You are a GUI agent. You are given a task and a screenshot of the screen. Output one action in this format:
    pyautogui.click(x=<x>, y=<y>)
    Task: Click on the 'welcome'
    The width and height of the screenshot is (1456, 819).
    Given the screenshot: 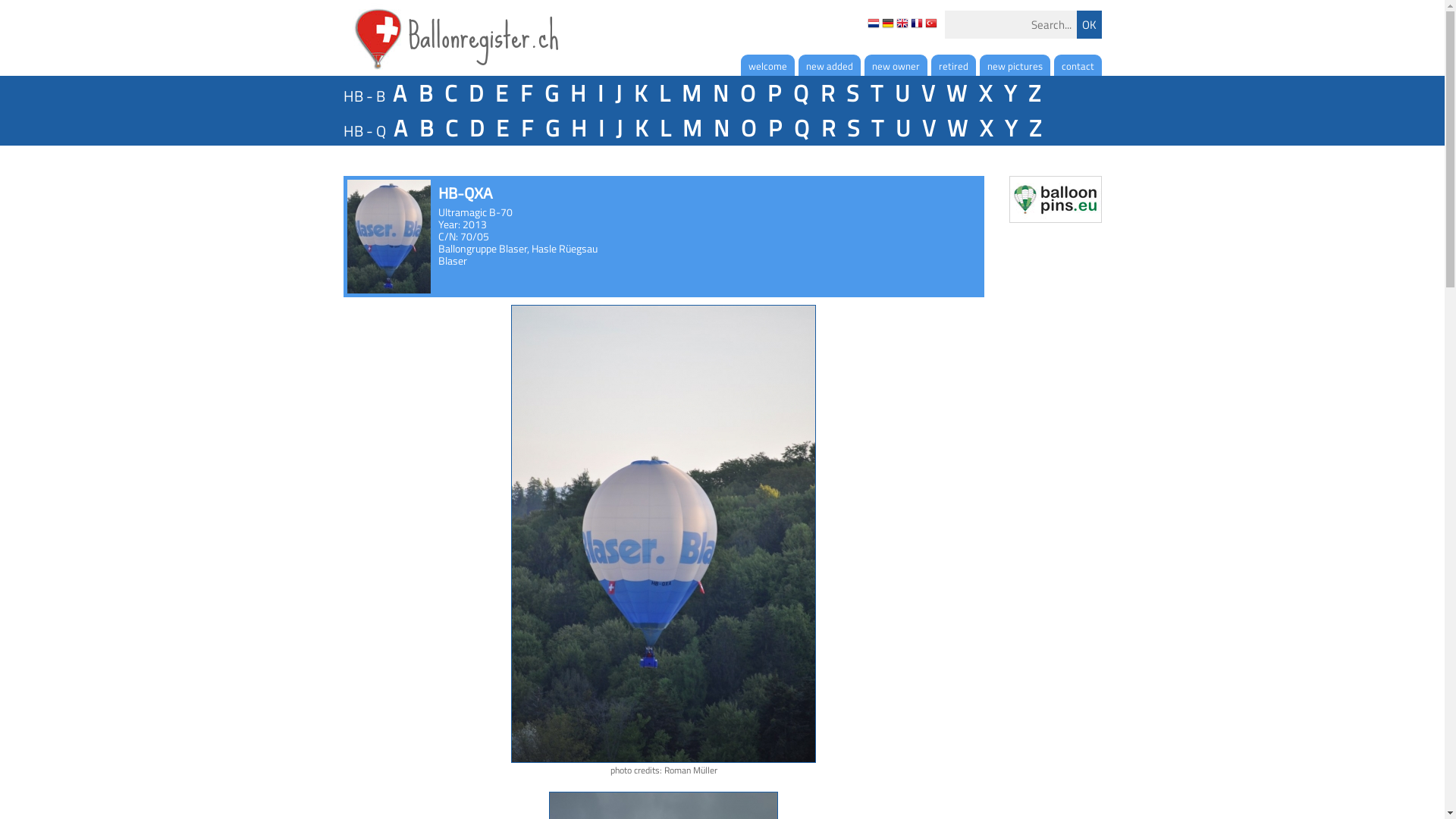 What is the action you would take?
    pyautogui.click(x=767, y=64)
    